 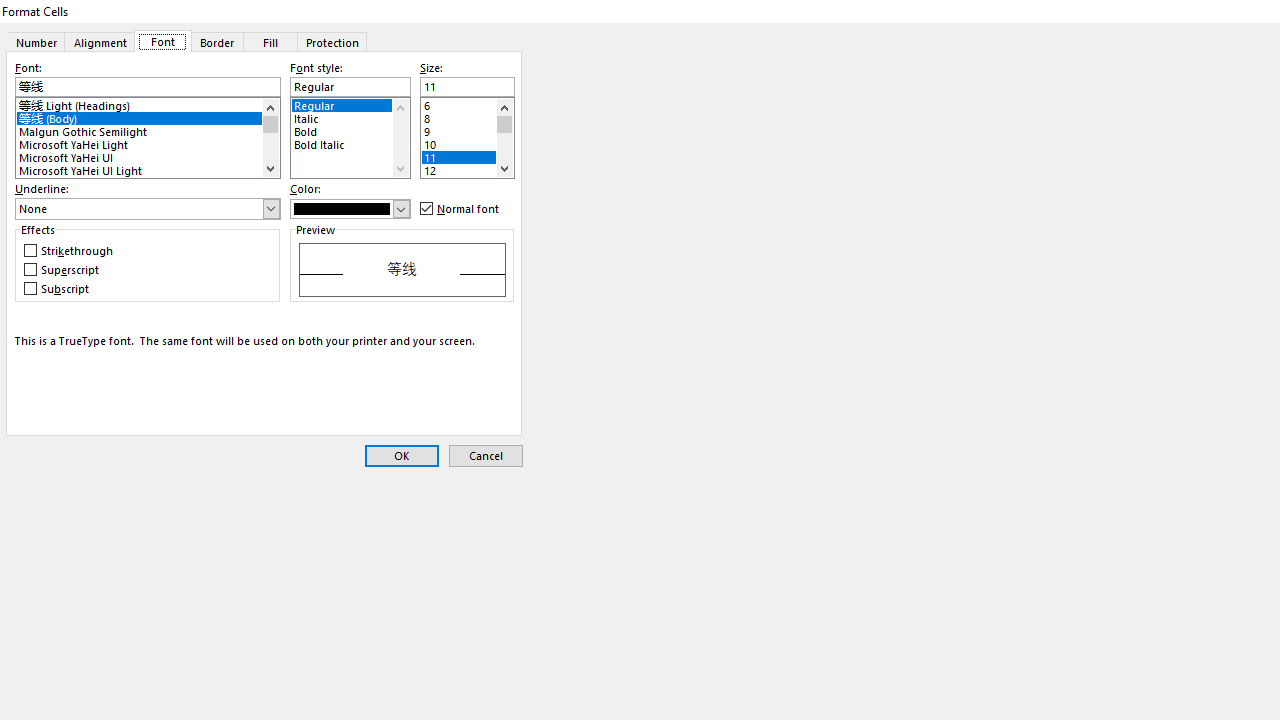 What do you see at coordinates (147, 209) in the screenshot?
I see `'Underline:'` at bounding box center [147, 209].